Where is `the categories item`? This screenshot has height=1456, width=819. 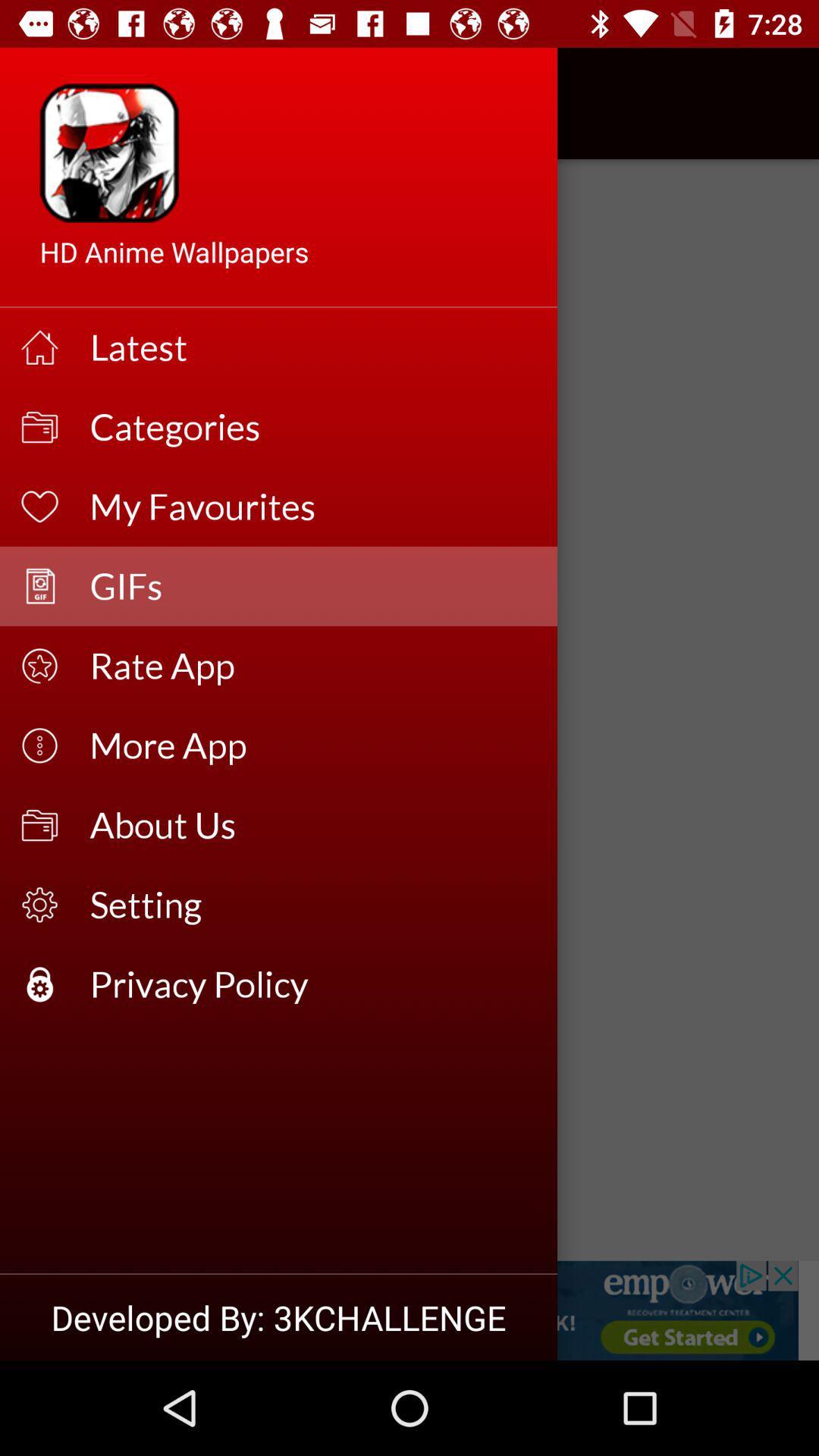
the categories item is located at coordinates (312, 426).